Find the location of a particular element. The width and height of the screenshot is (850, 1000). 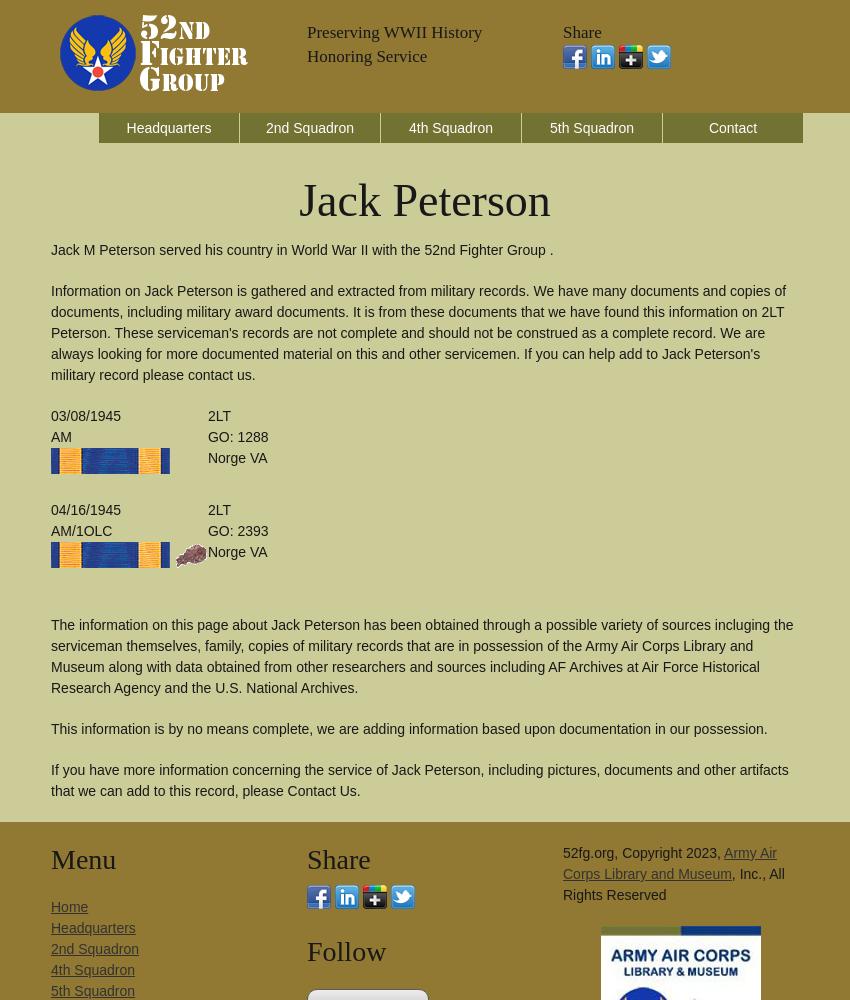

'Jack M Peterson served his country in World War II with the 52nd Fighter Group .' is located at coordinates (302, 250).